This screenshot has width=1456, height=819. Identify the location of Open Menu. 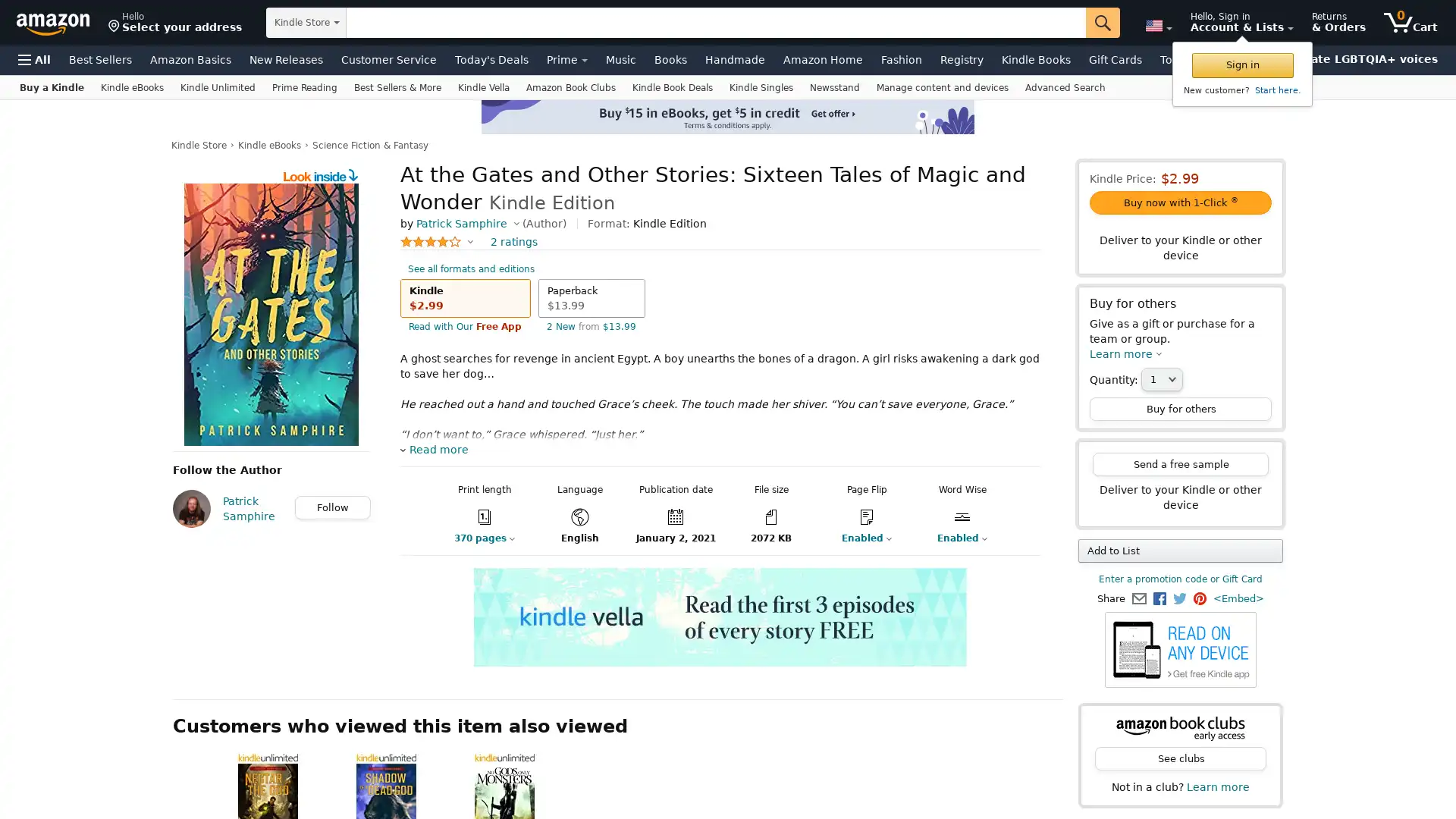
(34, 58).